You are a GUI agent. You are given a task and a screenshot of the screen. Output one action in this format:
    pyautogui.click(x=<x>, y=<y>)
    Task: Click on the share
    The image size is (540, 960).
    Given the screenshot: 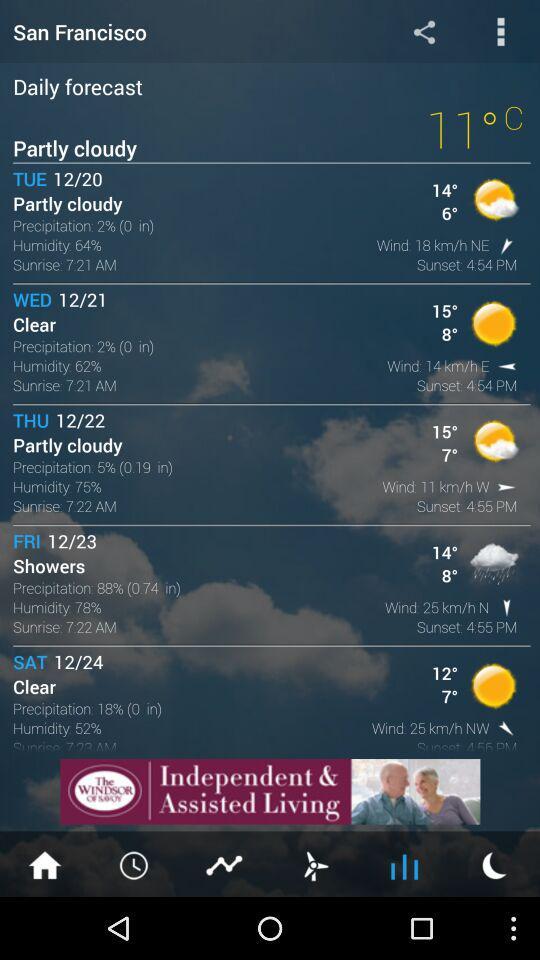 What is the action you would take?
    pyautogui.click(x=423, y=30)
    